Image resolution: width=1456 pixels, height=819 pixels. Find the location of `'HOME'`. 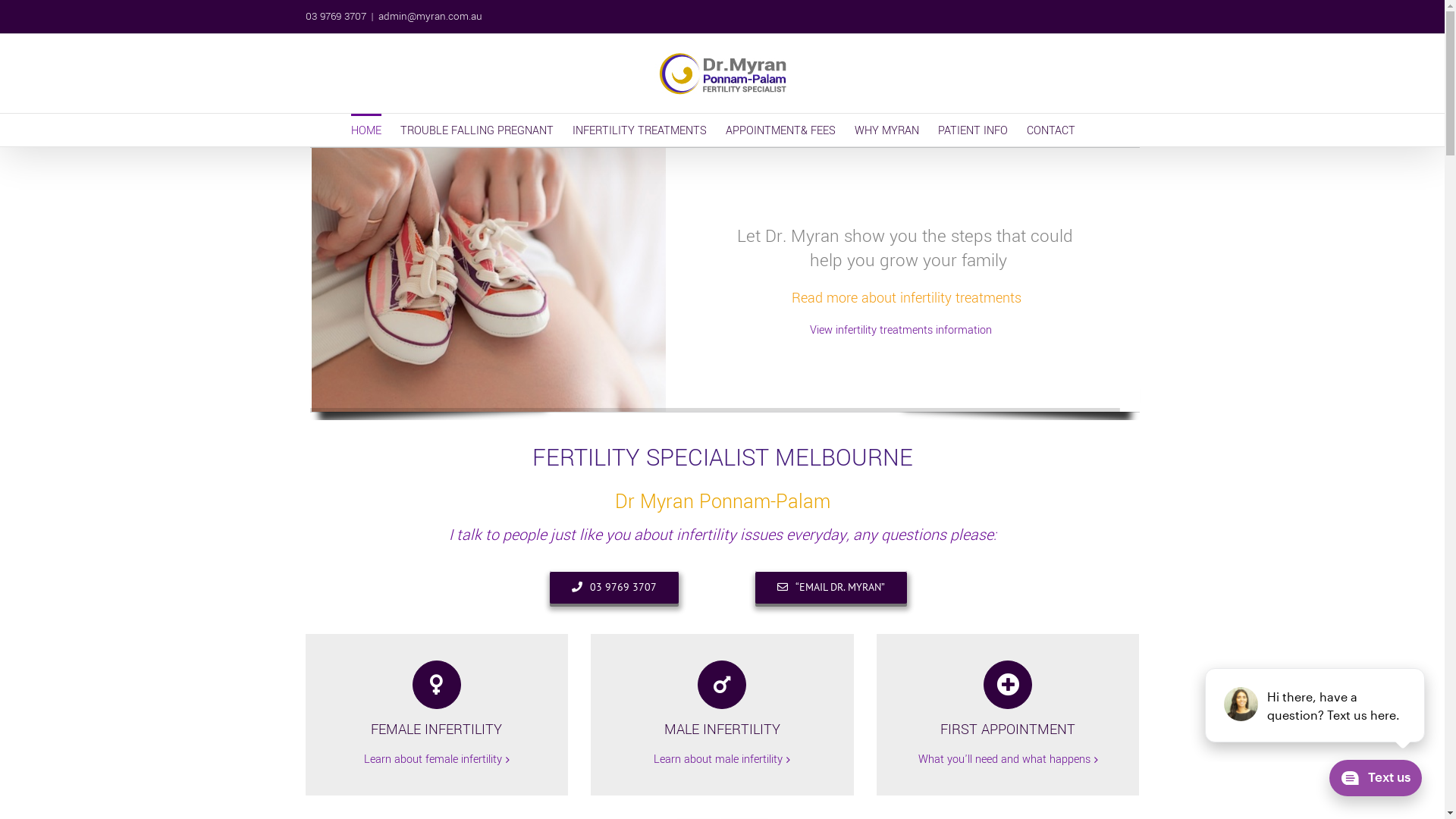

'HOME' is located at coordinates (365, 129).